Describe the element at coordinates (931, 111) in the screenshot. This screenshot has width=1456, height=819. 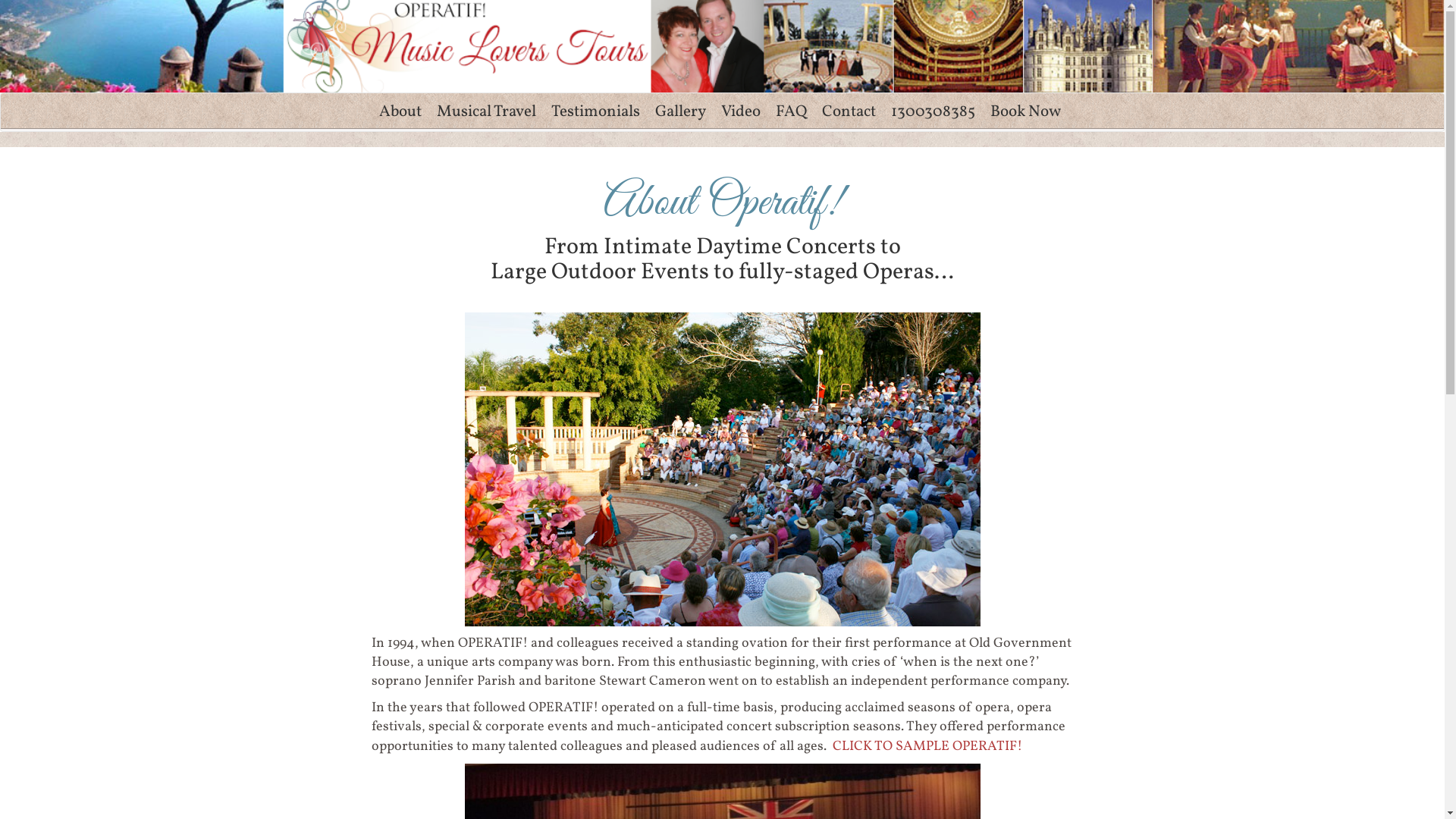
I see `'1300308385'` at that location.